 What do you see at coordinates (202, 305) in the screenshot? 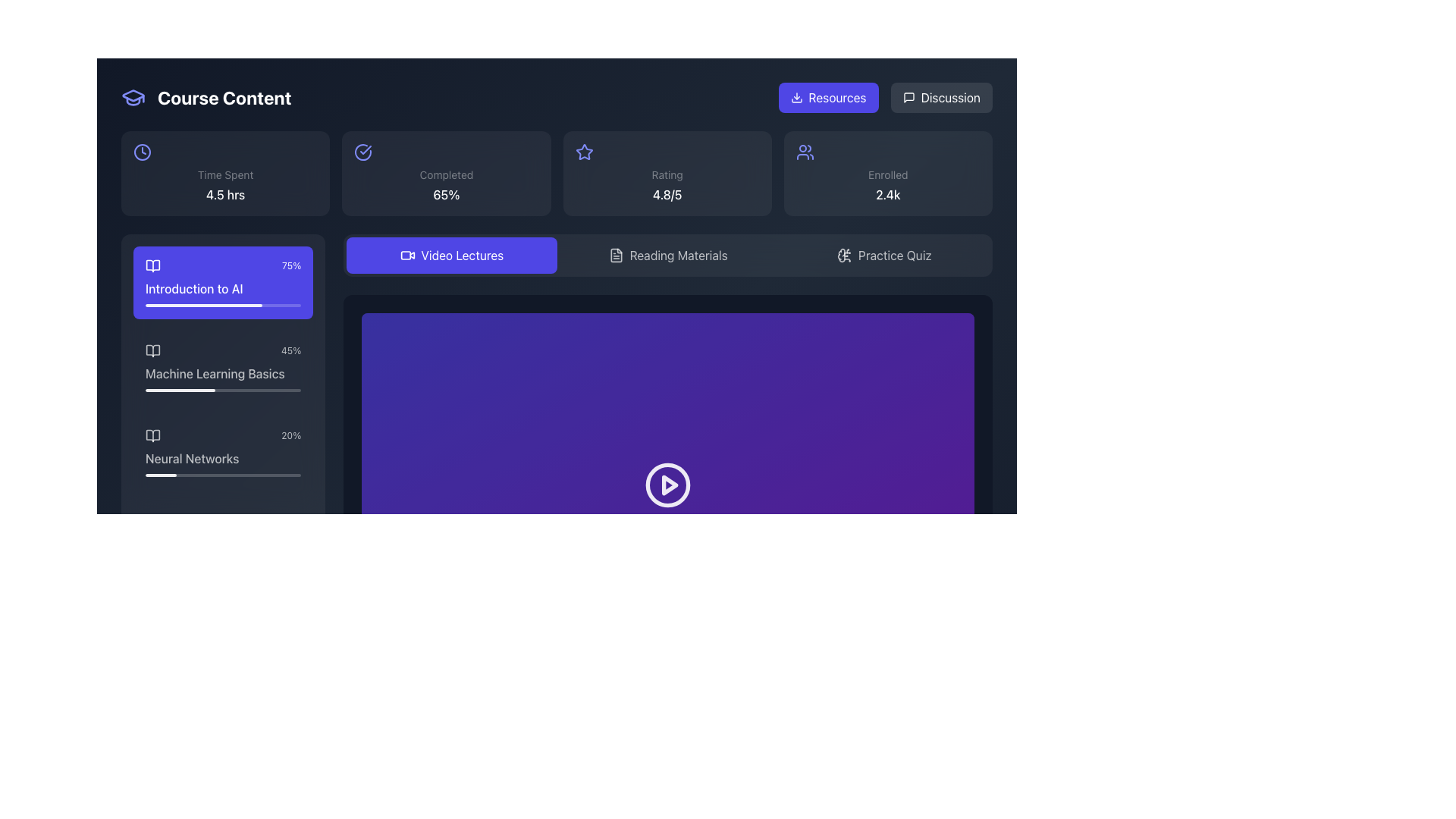
I see `the filled horizontal progress bar segment indicating 75% completion of the task labeled 'Introduction to AI' located in the 'Course Content' layout` at bounding box center [202, 305].